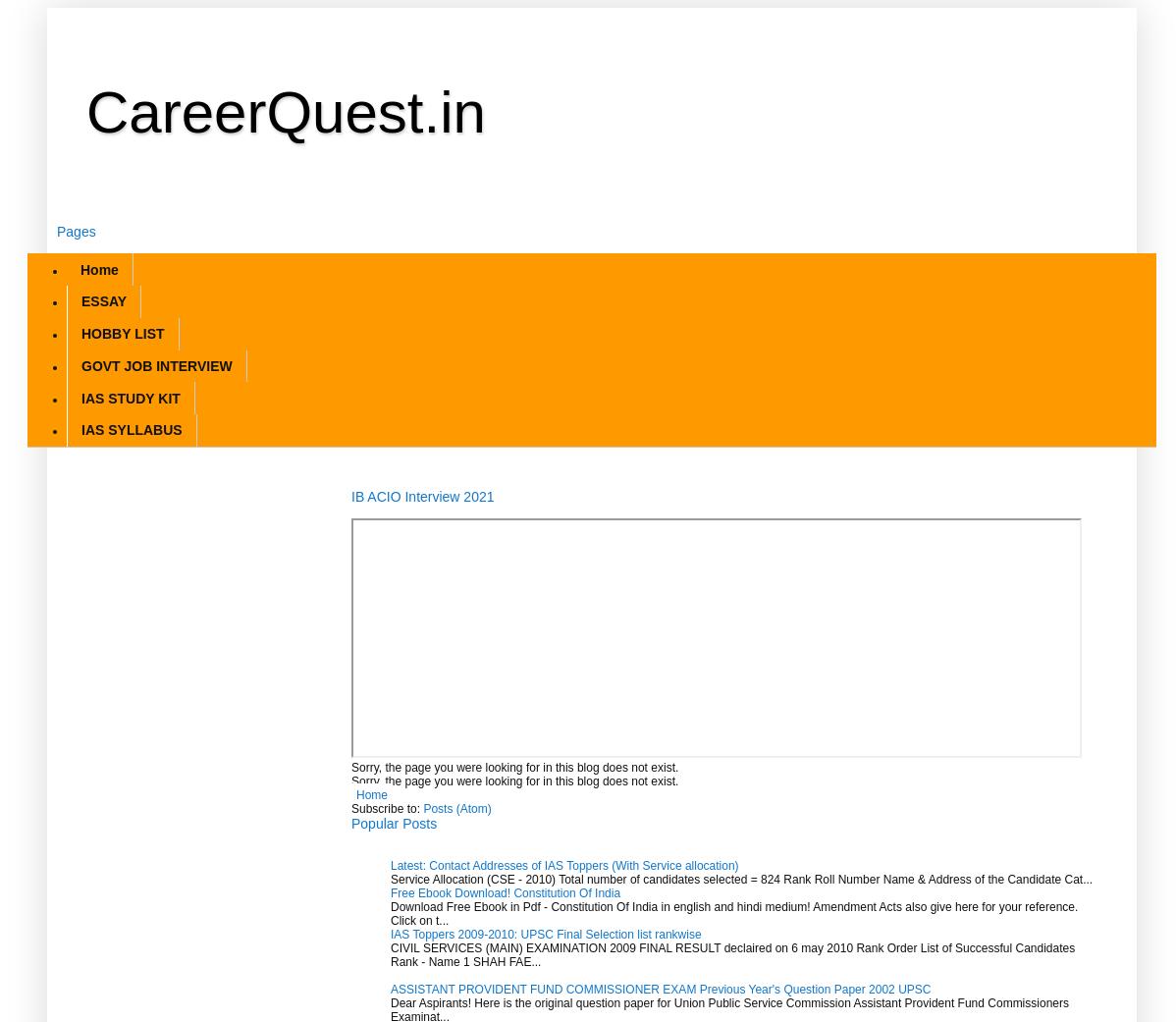 This screenshot has height=1022, width=1176. Describe the element at coordinates (285, 112) in the screenshot. I see `'CareerQuest.in'` at that location.